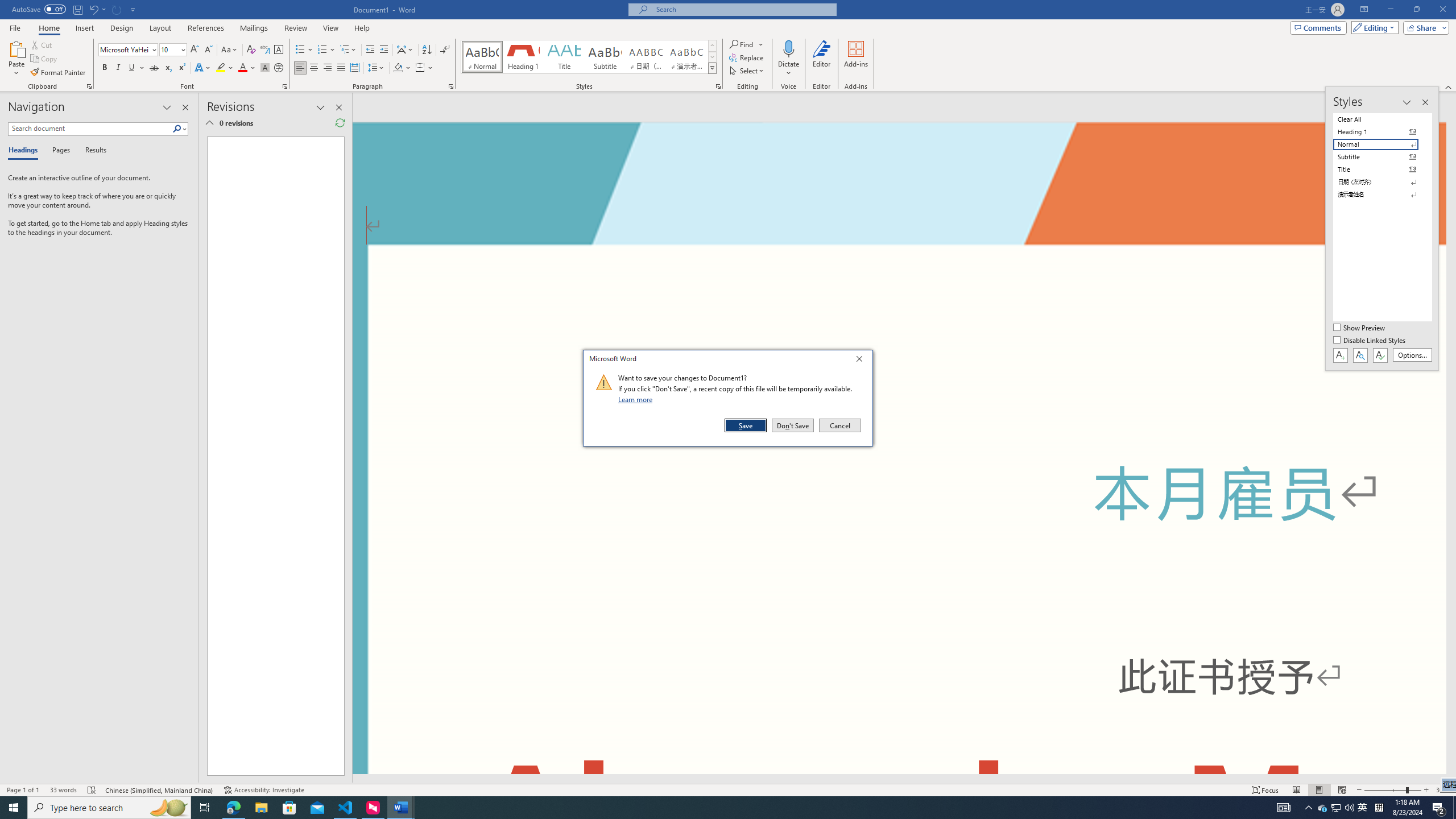 The image size is (1456, 819). Describe the element at coordinates (1439, 806) in the screenshot. I see `'Action Center, 2 new notifications'` at that location.